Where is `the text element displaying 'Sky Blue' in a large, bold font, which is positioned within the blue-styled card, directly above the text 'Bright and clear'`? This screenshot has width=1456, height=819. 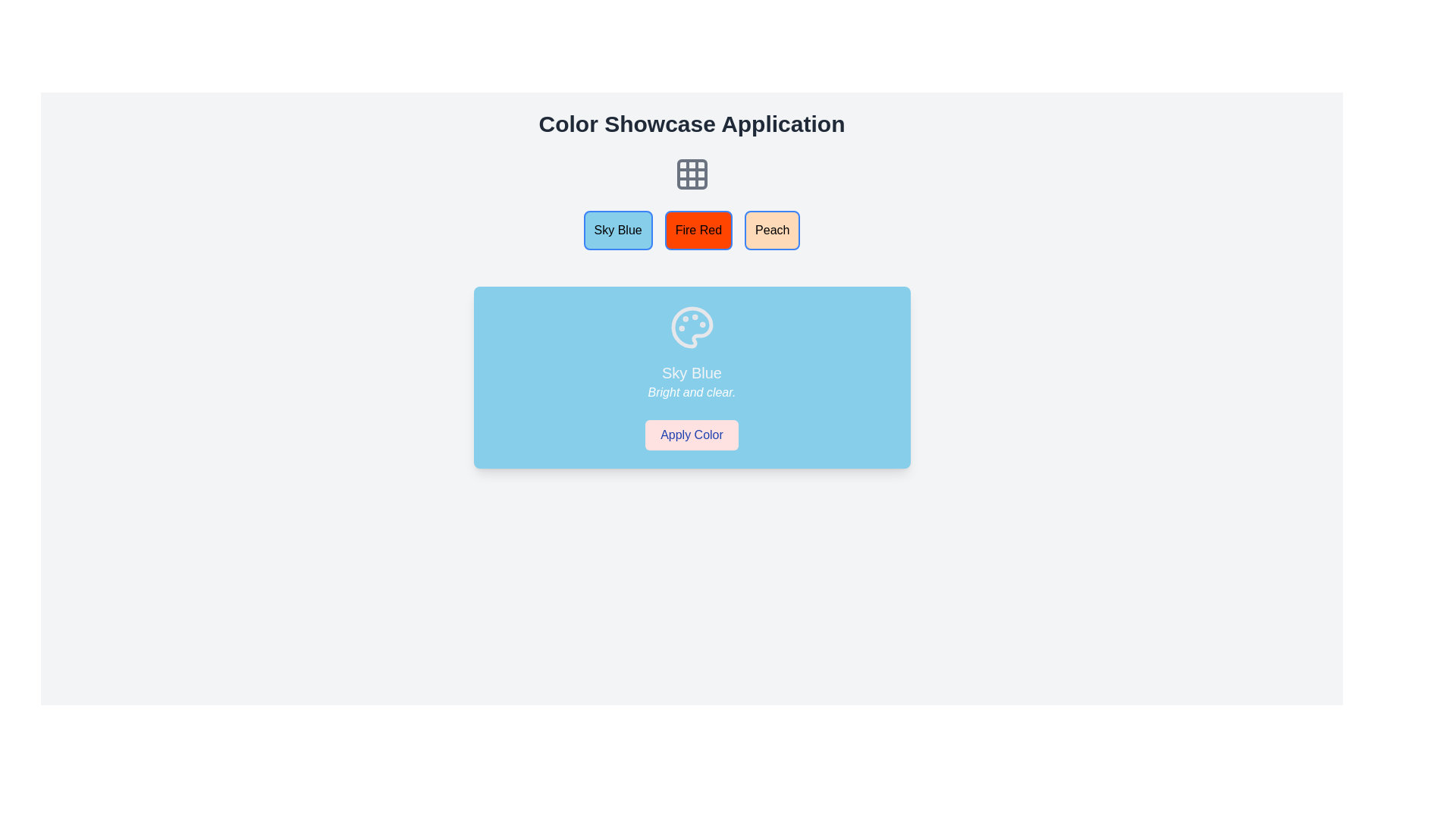
the text element displaying 'Sky Blue' in a large, bold font, which is positioned within the blue-styled card, directly above the text 'Bright and clear' is located at coordinates (691, 373).